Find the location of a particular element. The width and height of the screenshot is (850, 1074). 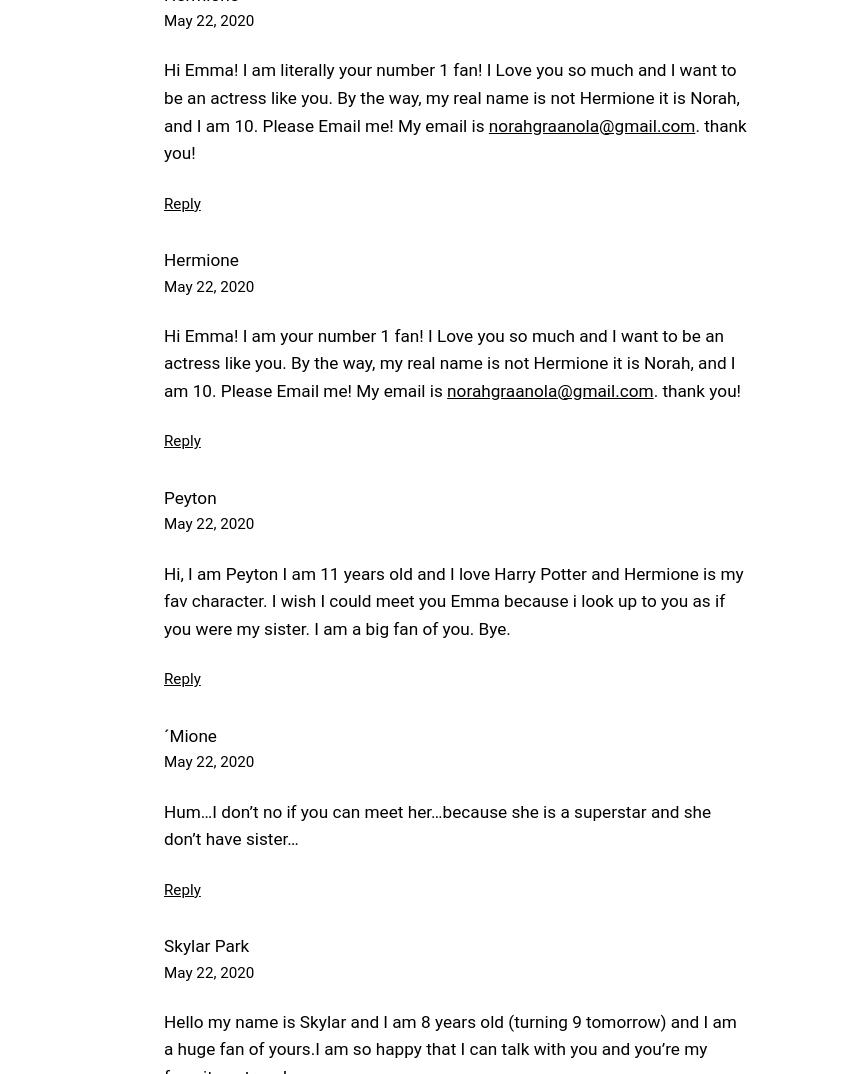

'Hi Emma! I am your number 1 fan! I Love you so much and I want to be an actress like you. By the way, my real name is not Hermione it is Norah, and I am 10. Please Email me! My email is' is located at coordinates (448, 361).